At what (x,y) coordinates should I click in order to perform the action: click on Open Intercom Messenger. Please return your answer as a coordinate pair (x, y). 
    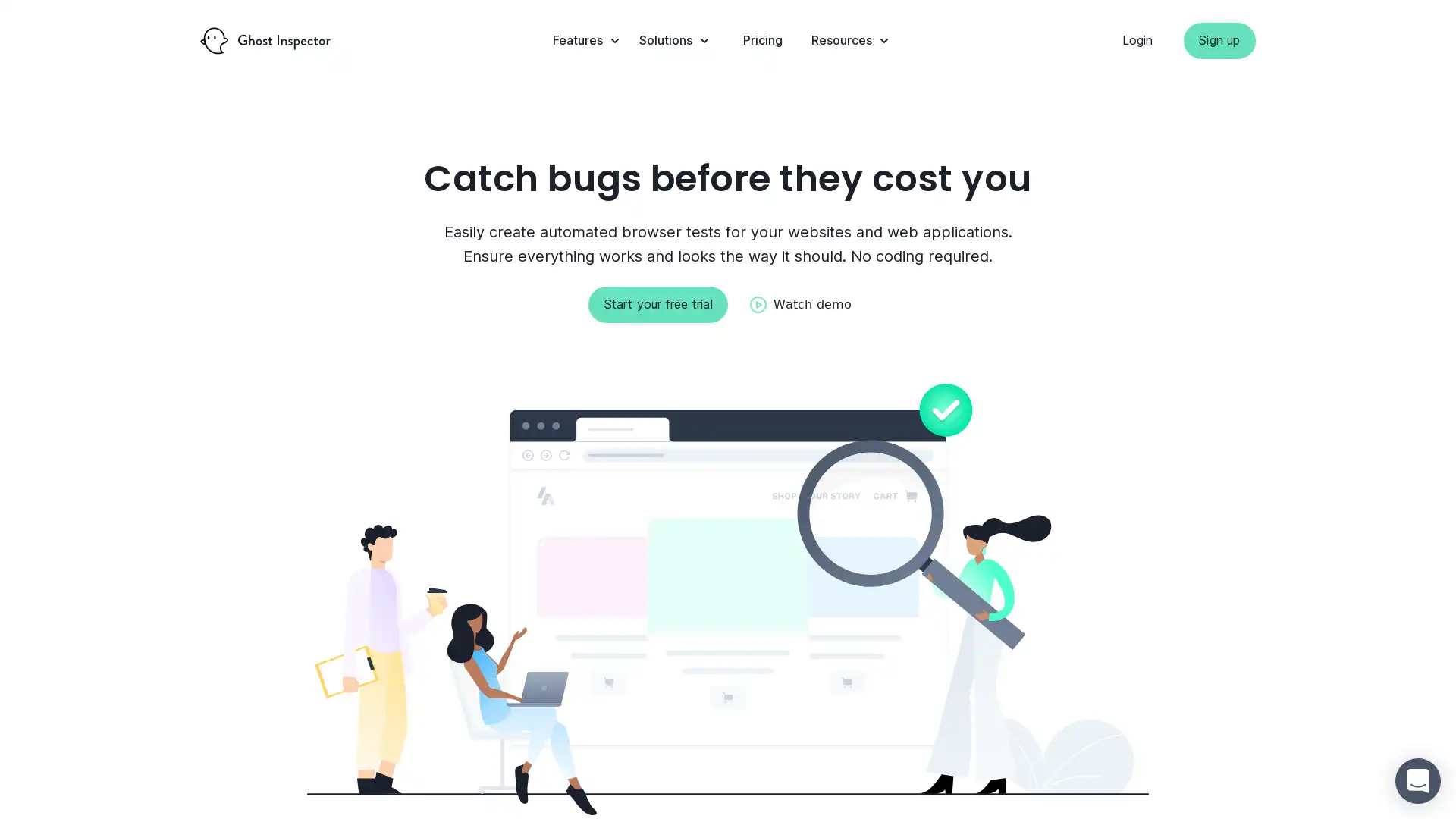
    Looking at the image, I should click on (1417, 780).